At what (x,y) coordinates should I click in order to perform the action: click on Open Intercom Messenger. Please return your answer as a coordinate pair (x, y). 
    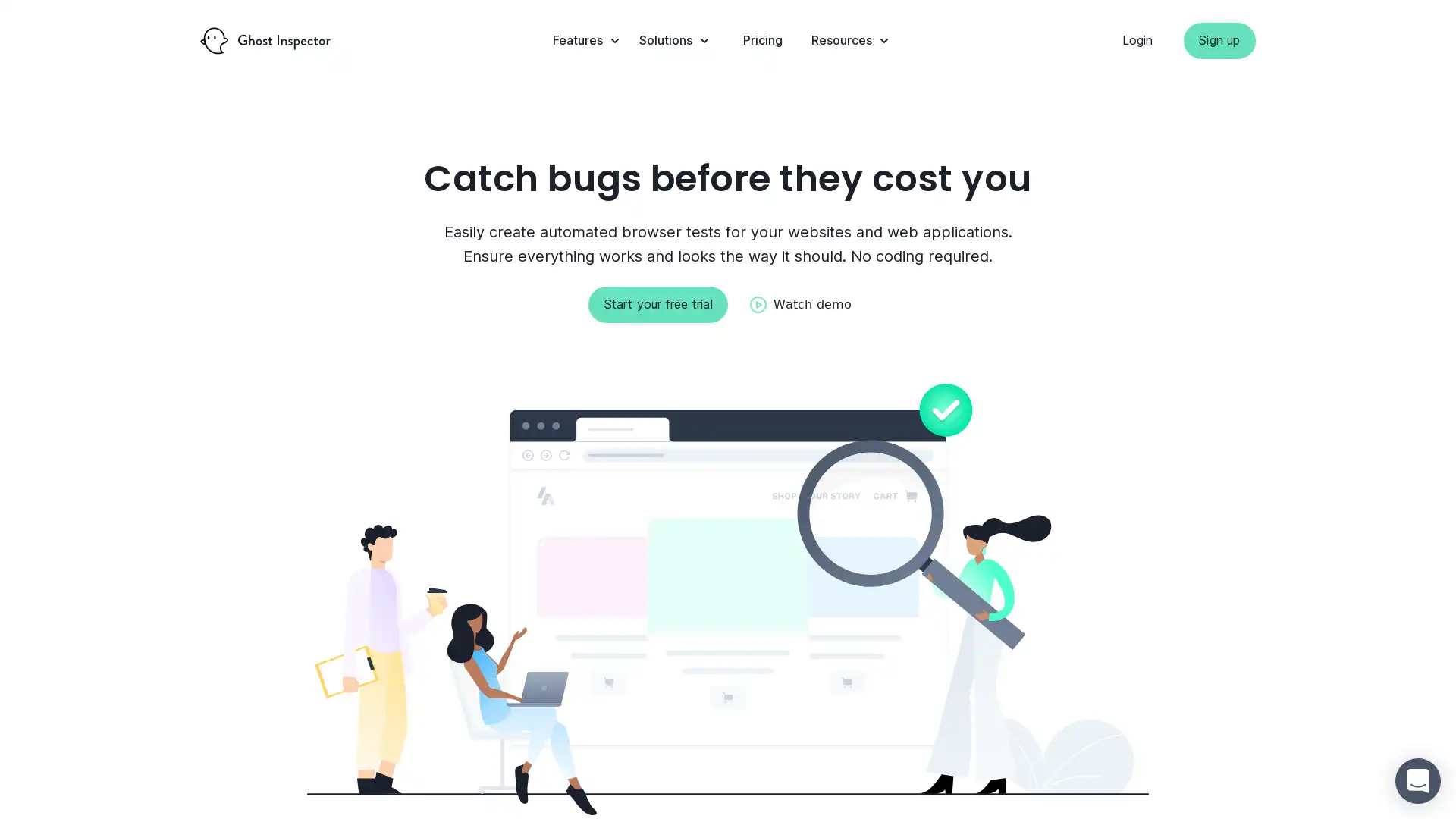
    Looking at the image, I should click on (1417, 780).